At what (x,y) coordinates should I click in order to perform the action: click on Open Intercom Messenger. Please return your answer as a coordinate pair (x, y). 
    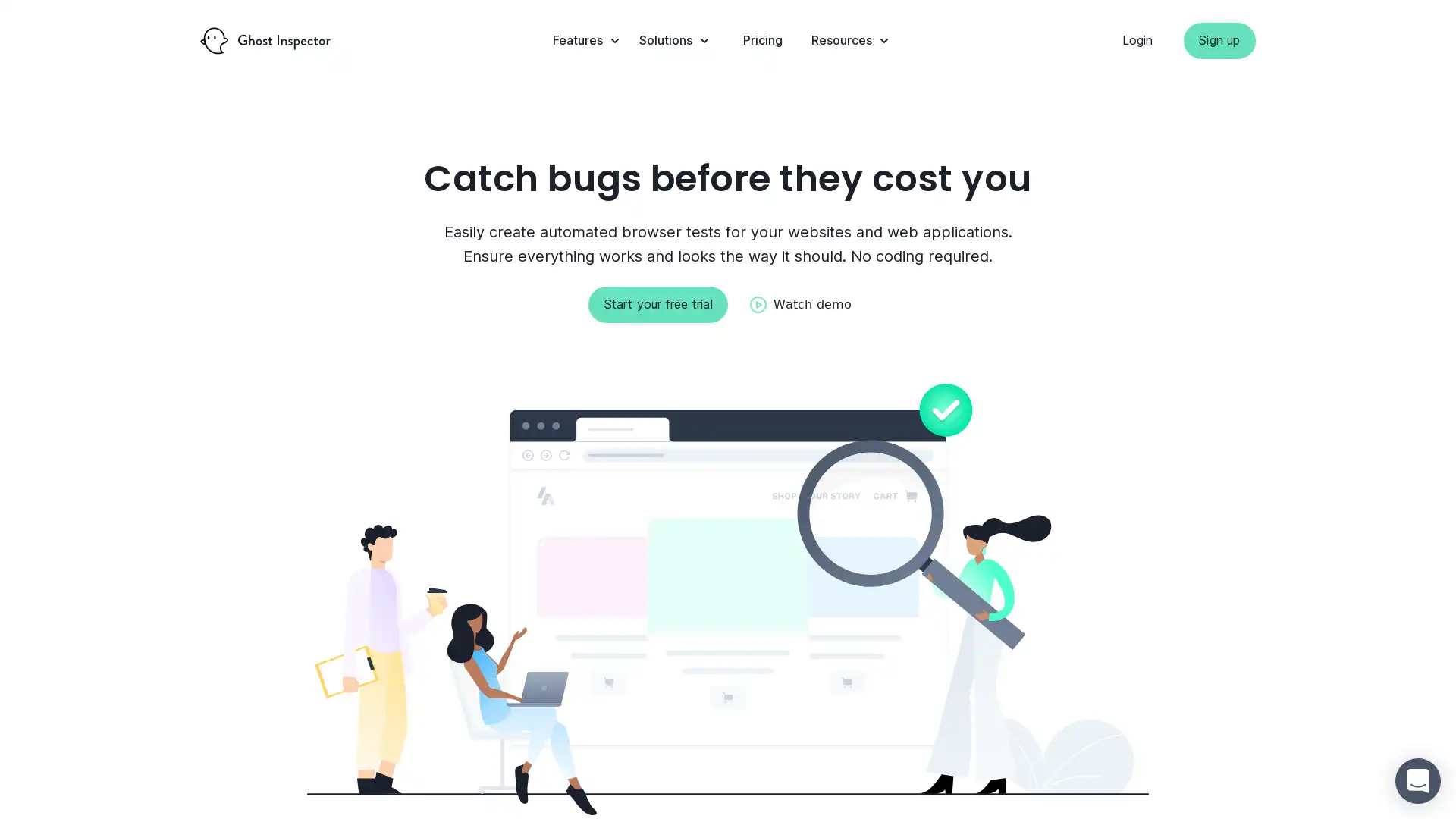
    Looking at the image, I should click on (1417, 780).